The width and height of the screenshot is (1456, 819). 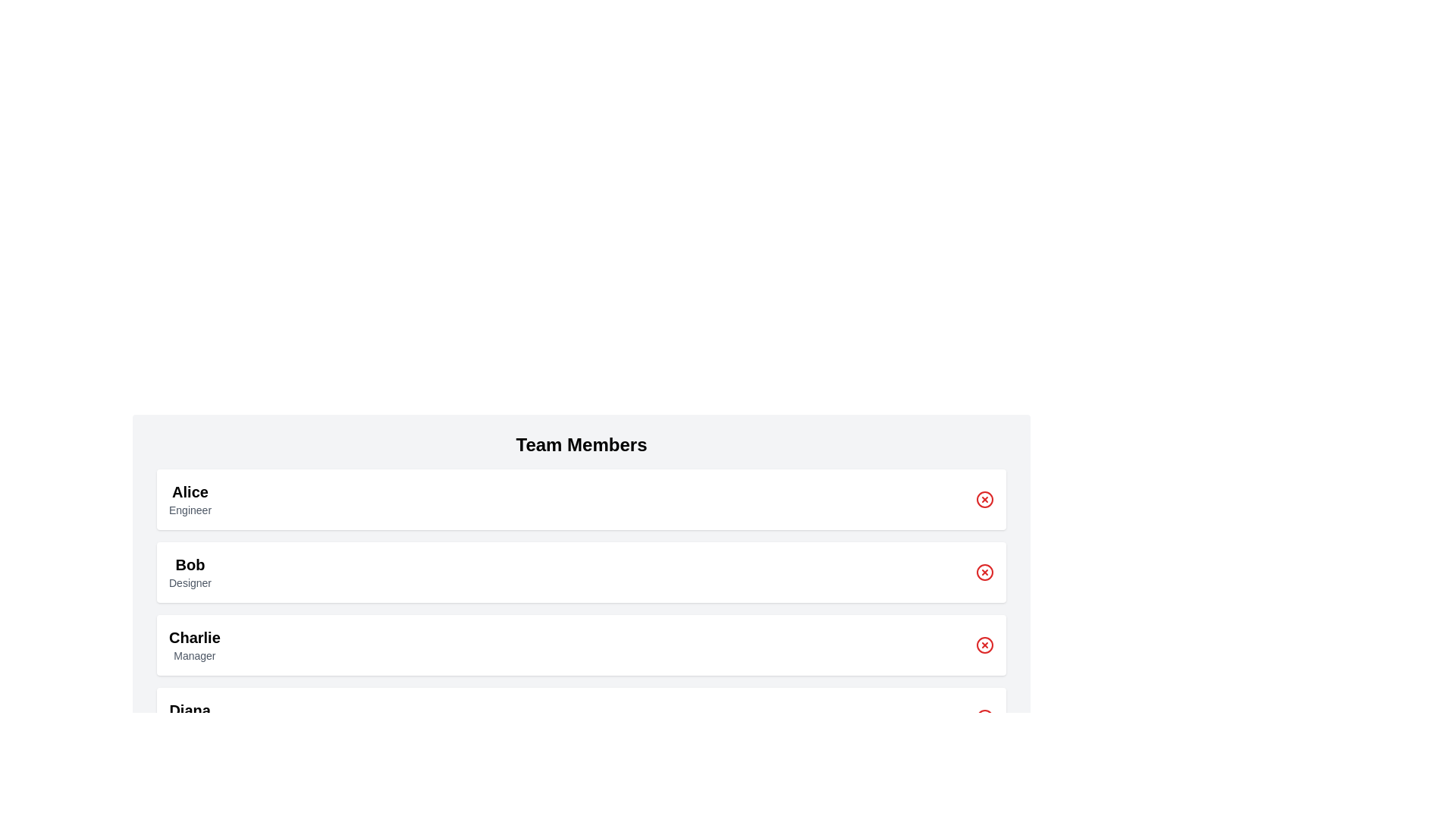 What do you see at coordinates (189, 717) in the screenshot?
I see `the text block displaying 'Diana'` at bounding box center [189, 717].